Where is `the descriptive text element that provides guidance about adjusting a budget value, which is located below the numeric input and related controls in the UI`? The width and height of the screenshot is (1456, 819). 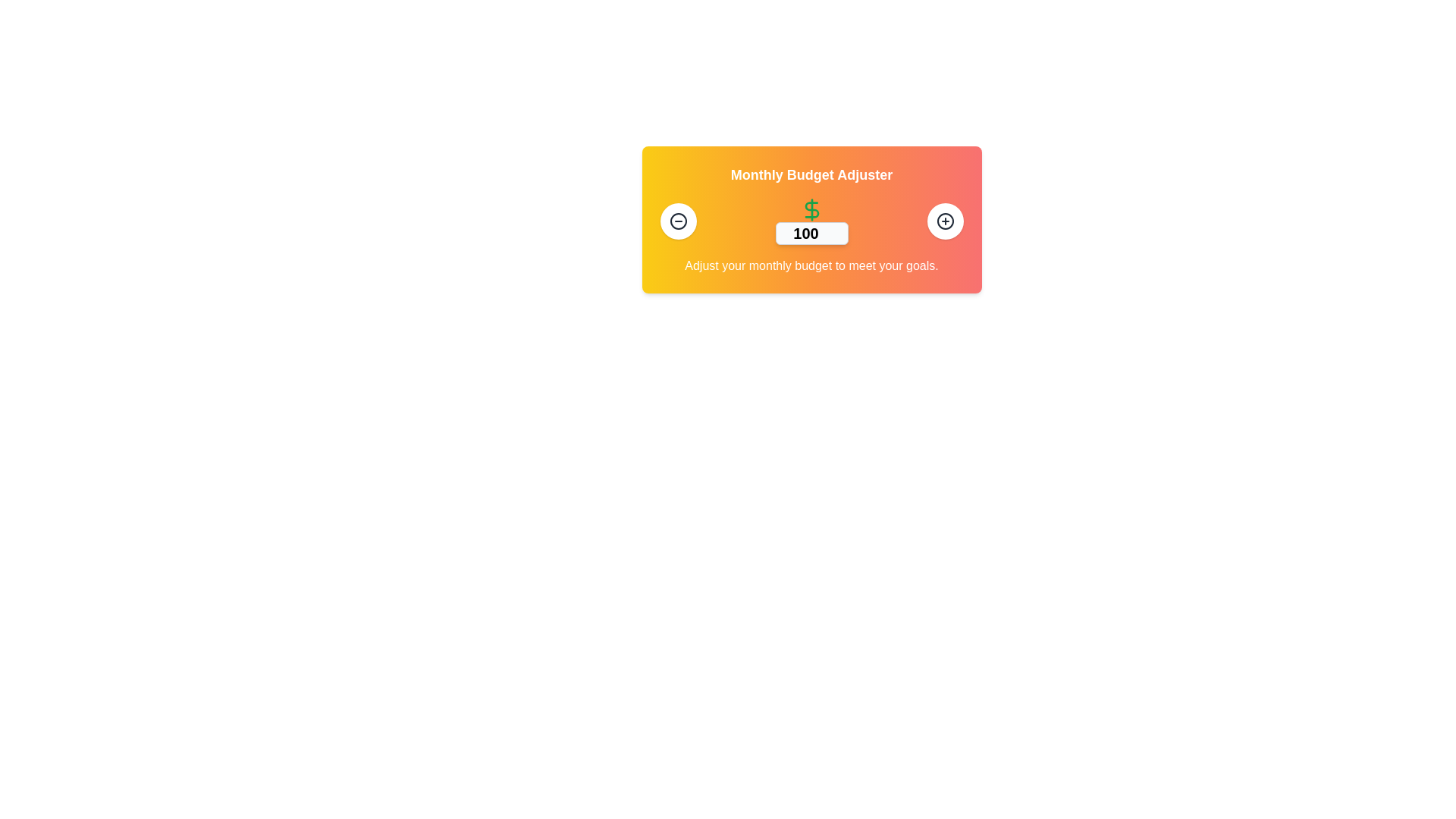
the descriptive text element that provides guidance about adjusting a budget value, which is located below the numeric input and related controls in the UI is located at coordinates (811, 265).